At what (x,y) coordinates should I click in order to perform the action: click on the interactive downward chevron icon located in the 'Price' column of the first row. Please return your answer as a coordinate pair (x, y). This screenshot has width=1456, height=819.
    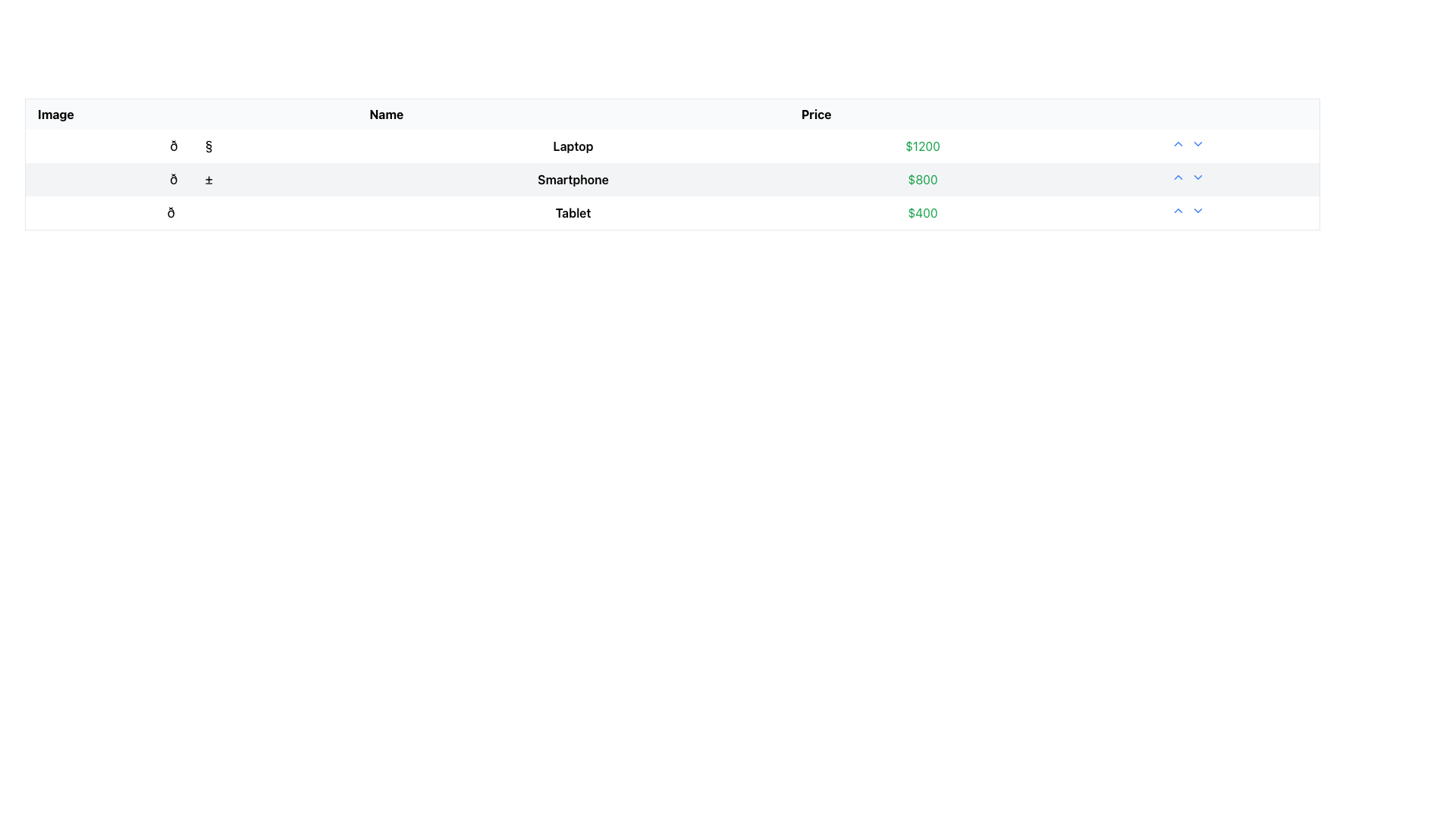
    Looking at the image, I should click on (1197, 143).